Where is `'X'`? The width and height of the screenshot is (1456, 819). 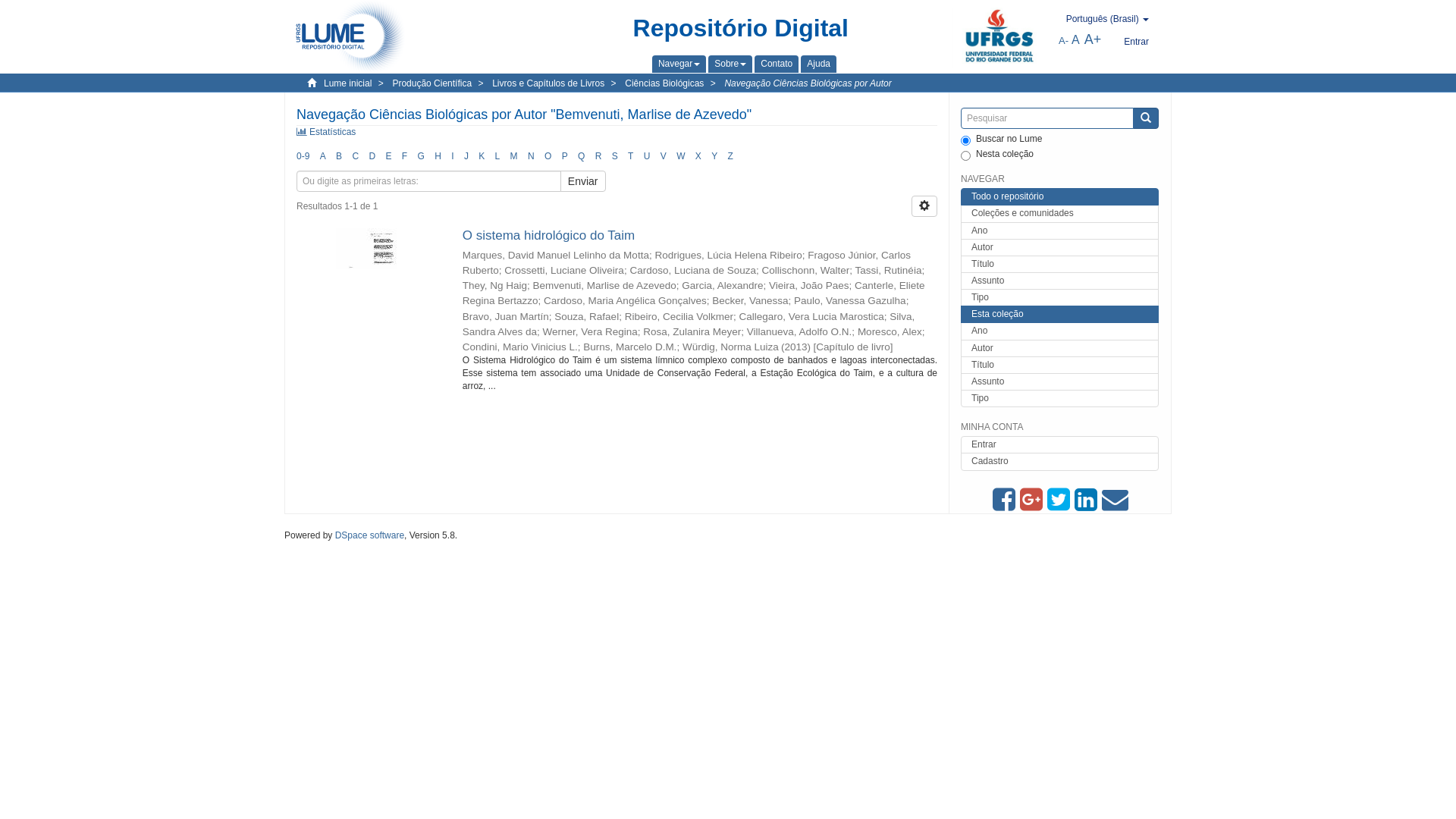
'X' is located at coordinates (698, 155).